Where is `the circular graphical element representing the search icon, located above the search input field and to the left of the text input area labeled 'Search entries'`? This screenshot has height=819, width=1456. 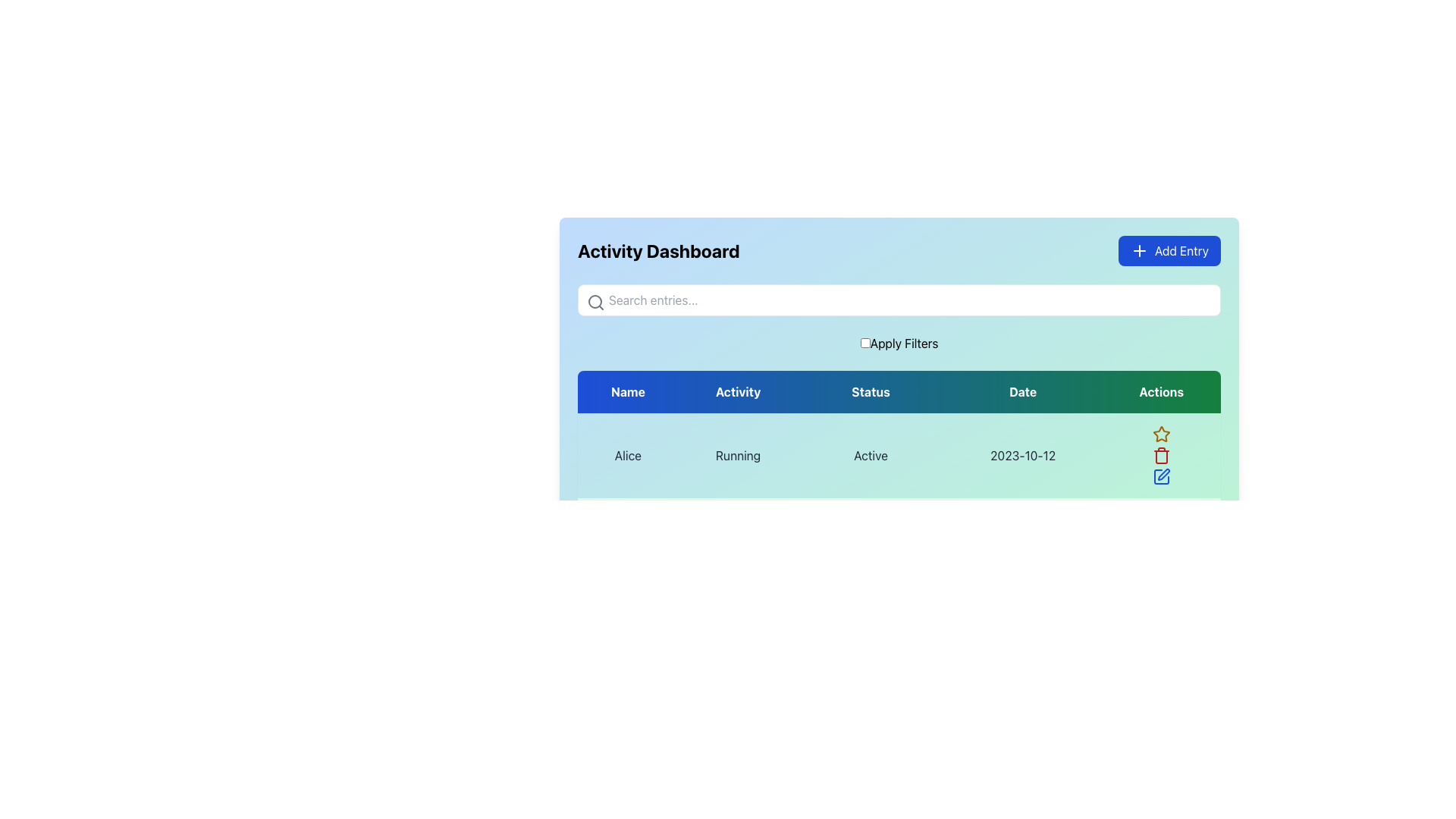 the circular graphical element representing the search icon, located above the search input field and to the left of the text input area labeled 'Search entries' is located at coordinates (595, 301).